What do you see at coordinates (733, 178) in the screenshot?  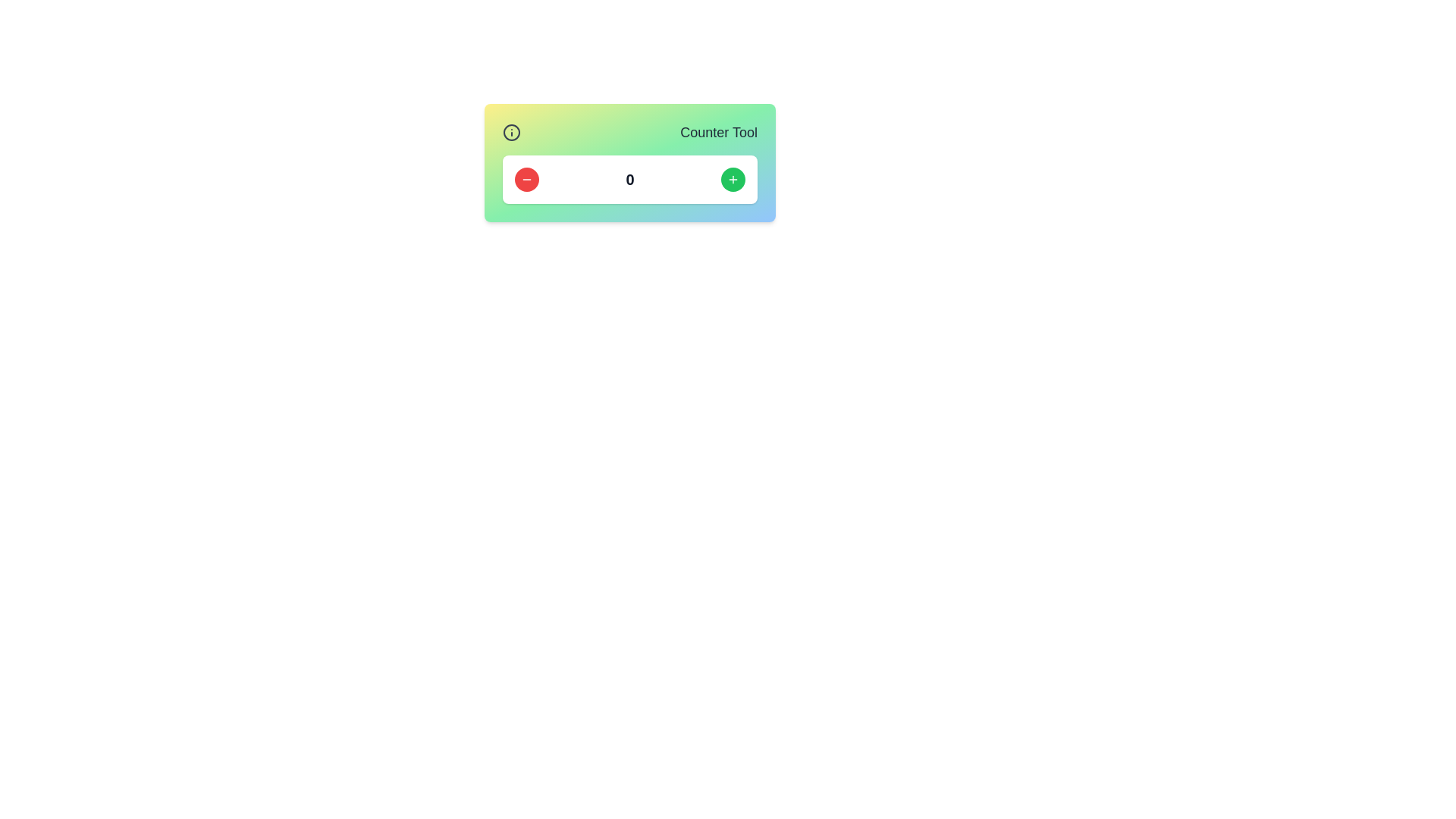 I see `the increment button located at the top-right corner of the 'Counter Tool' section to prepare for keyboard interaction` at bounding box center [733, 178].